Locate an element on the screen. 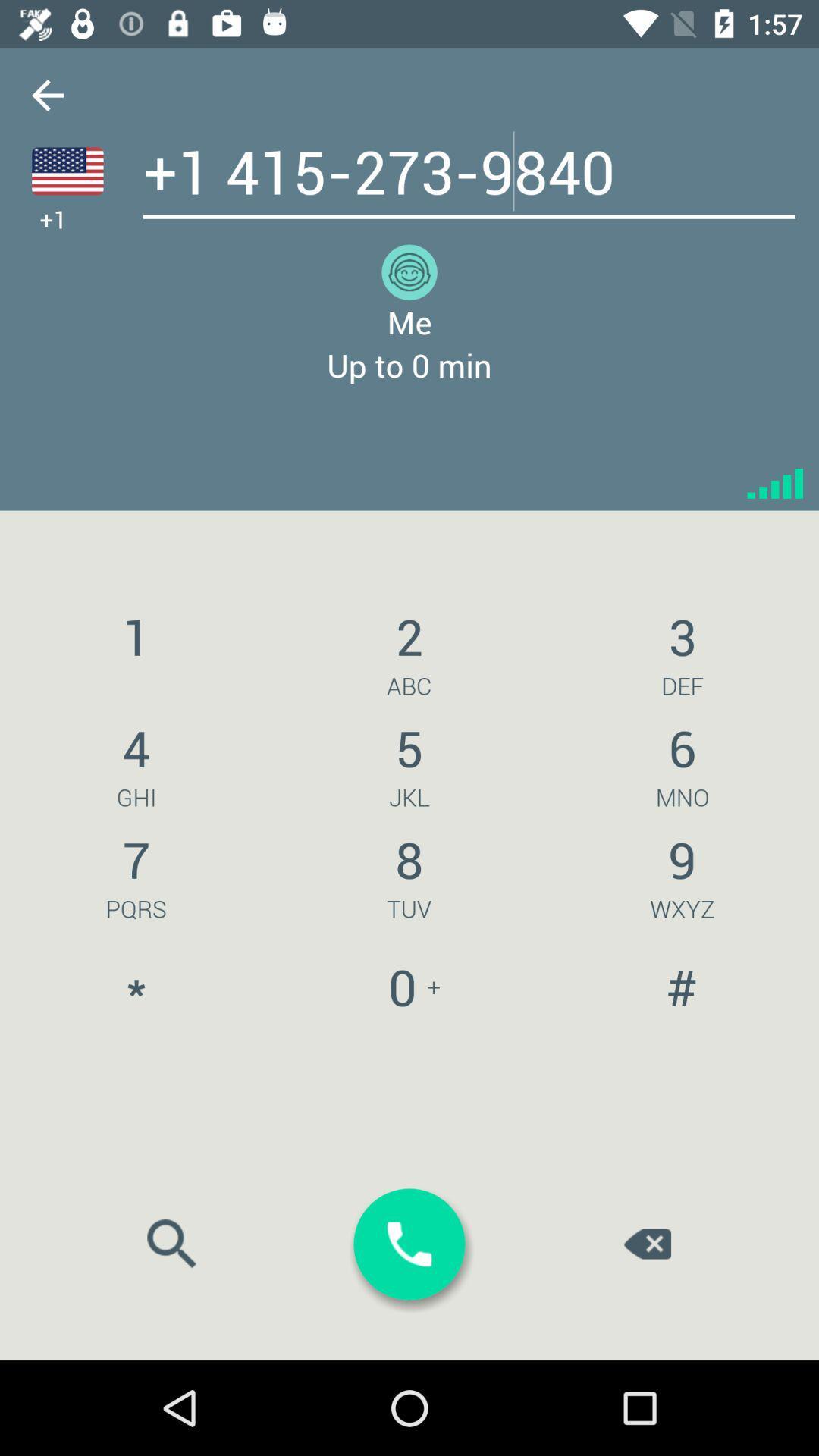  icon to the left of 1 415 273 item is located at coordinates (46, 94).